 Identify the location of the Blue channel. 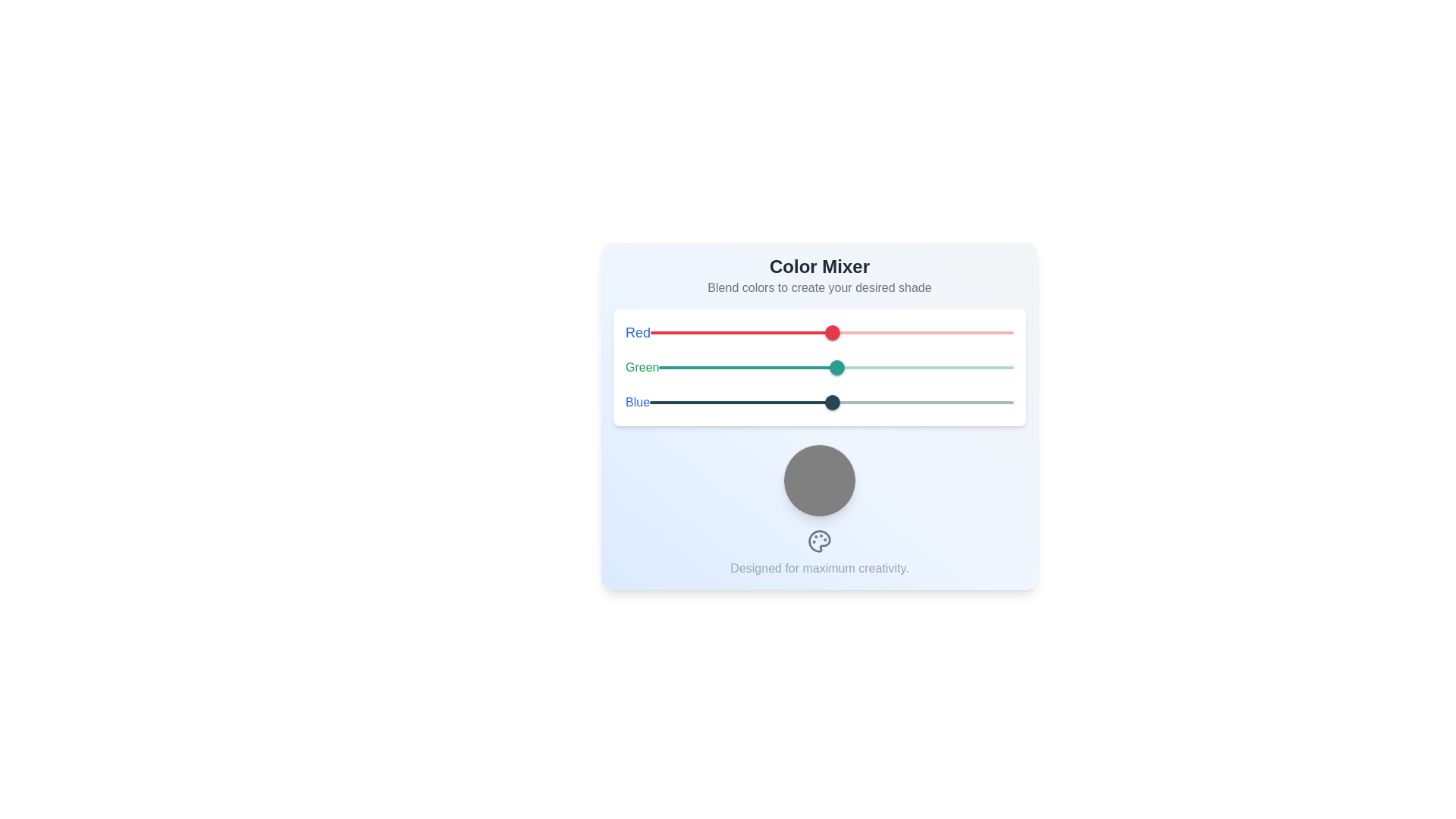
(868, 402).